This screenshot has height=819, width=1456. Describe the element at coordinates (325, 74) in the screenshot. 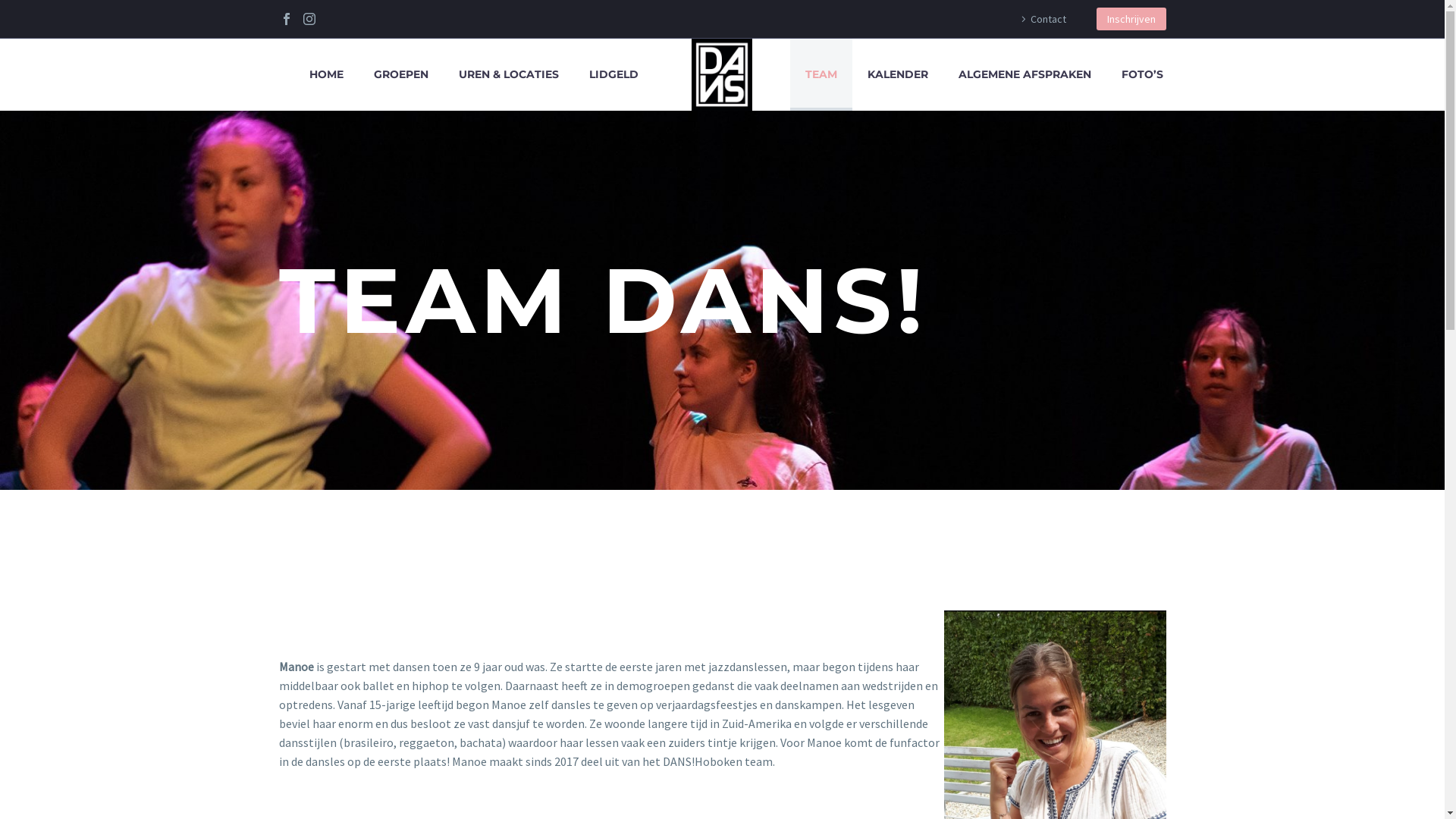

I see `'HOME'` at that location.